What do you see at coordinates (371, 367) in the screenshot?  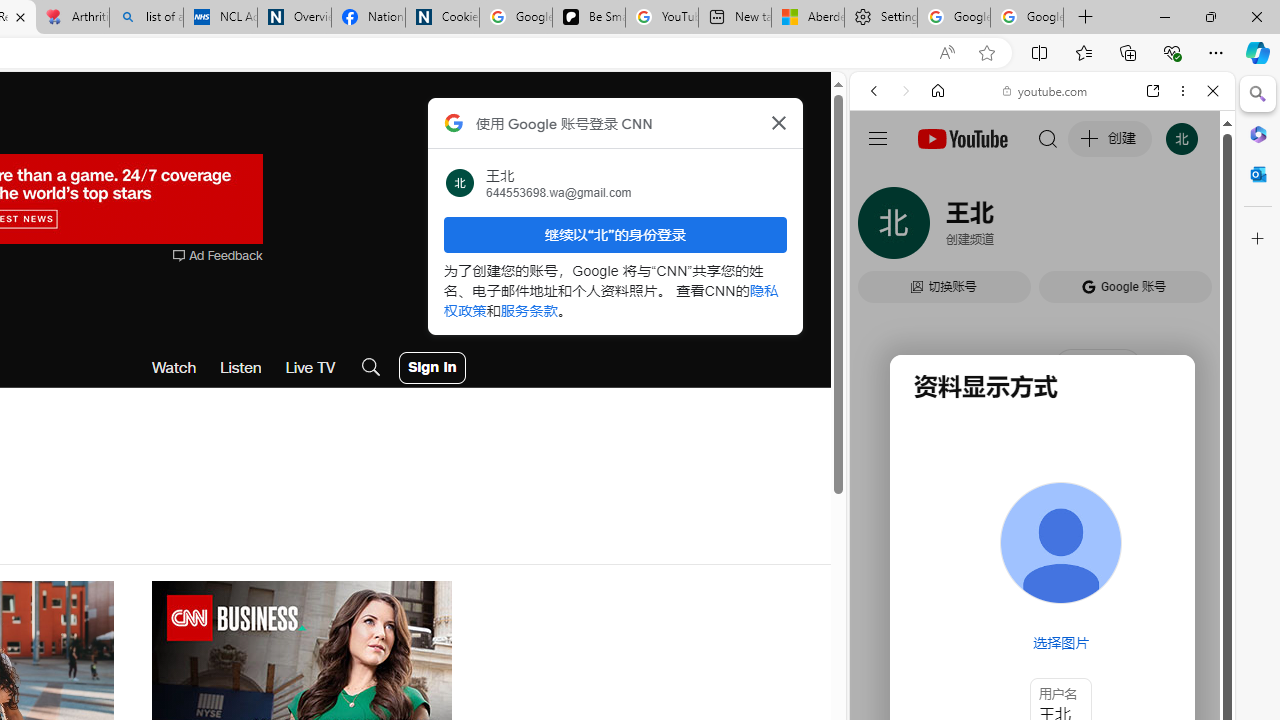 I see `'Search Icon'` at bounding box center [371, 367].